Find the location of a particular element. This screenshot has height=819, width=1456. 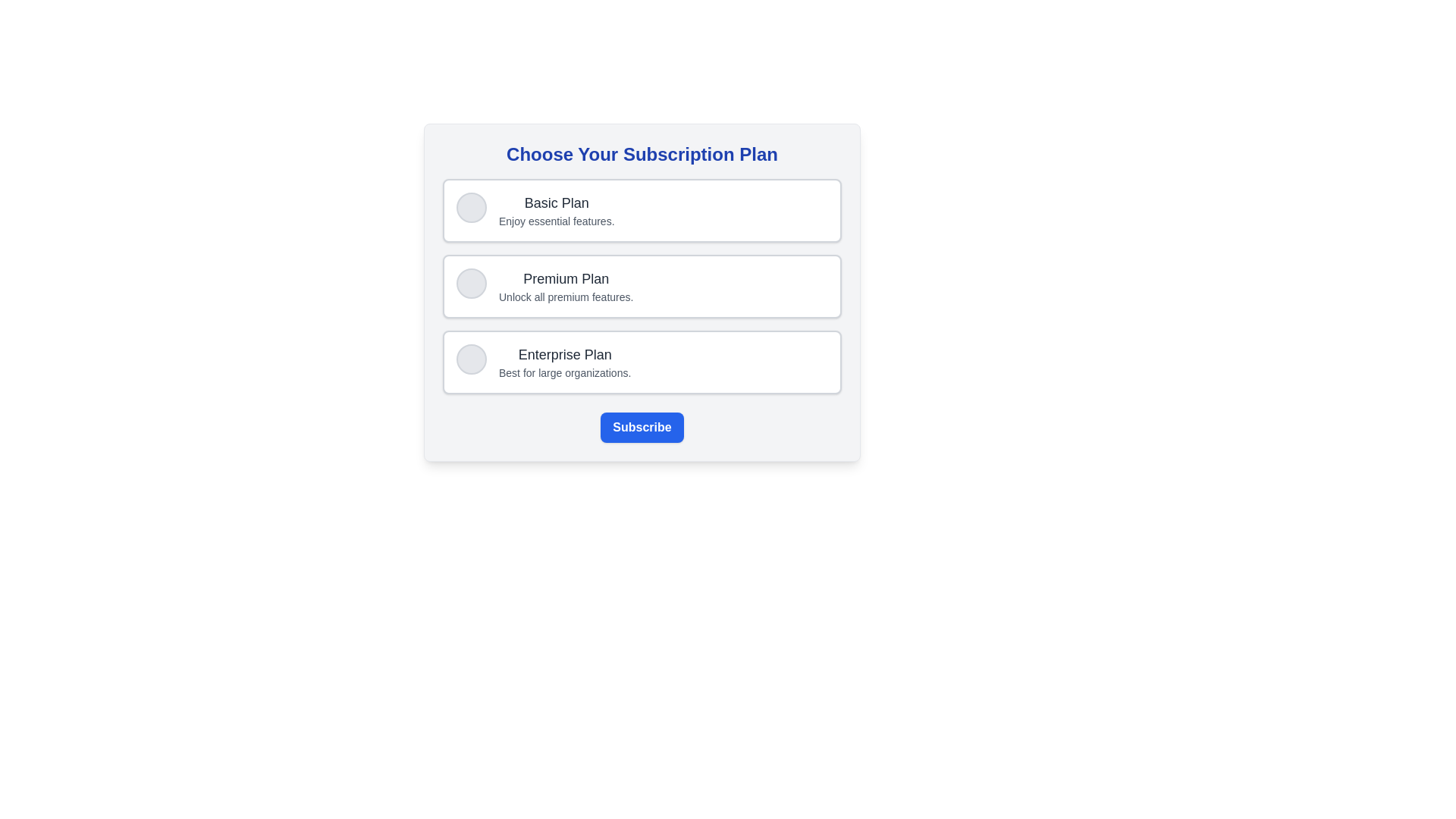

the 'Confirm Subscription' button located below the subscription plans in the 'Choose Your Subscription Plan' section is located at coordinates (642, 427).